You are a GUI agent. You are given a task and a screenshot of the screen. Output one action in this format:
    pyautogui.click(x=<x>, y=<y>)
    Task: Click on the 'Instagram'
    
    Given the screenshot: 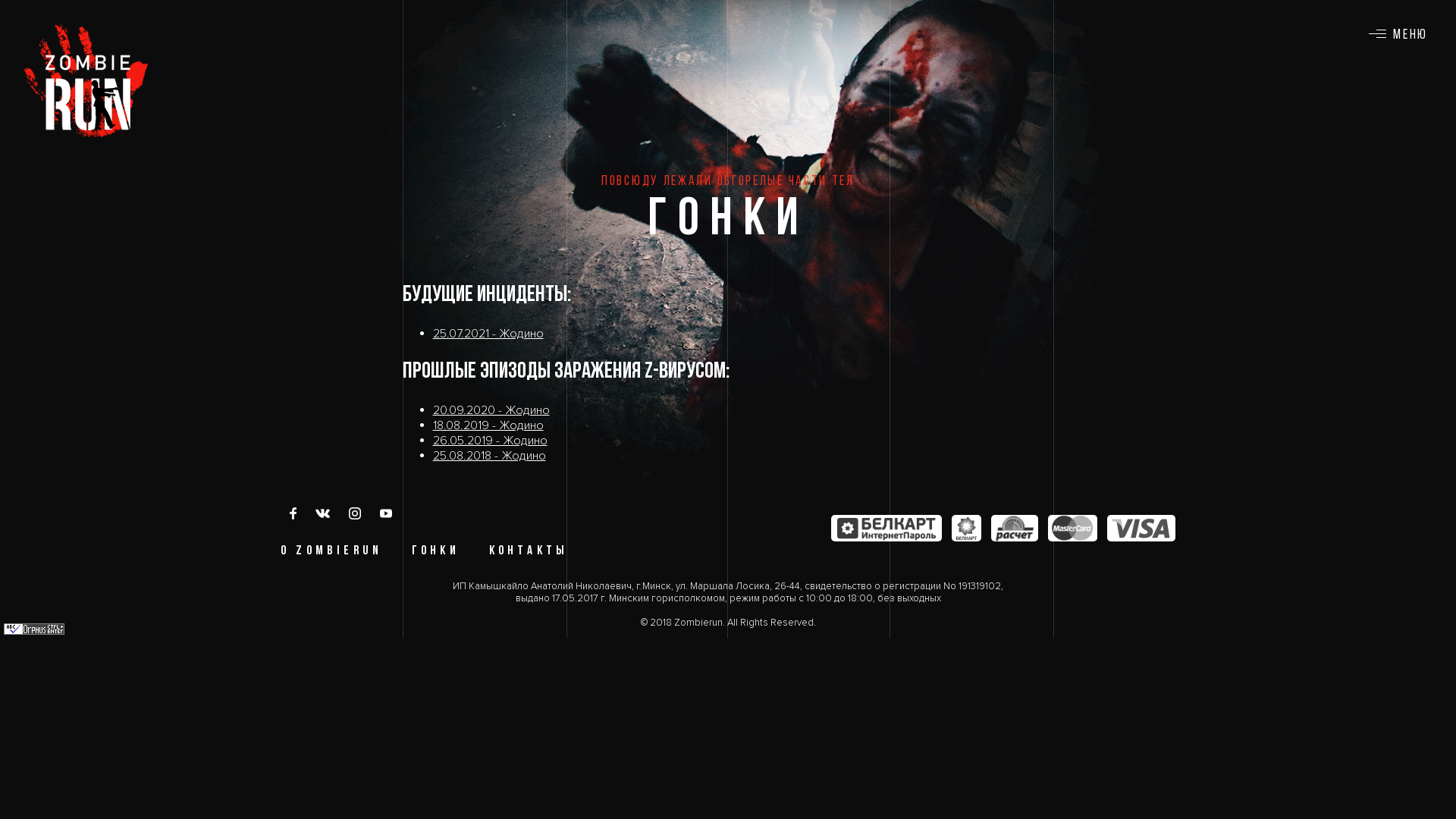 What is the action you would take?
    pyautogui.click(x=353, y=513)
    